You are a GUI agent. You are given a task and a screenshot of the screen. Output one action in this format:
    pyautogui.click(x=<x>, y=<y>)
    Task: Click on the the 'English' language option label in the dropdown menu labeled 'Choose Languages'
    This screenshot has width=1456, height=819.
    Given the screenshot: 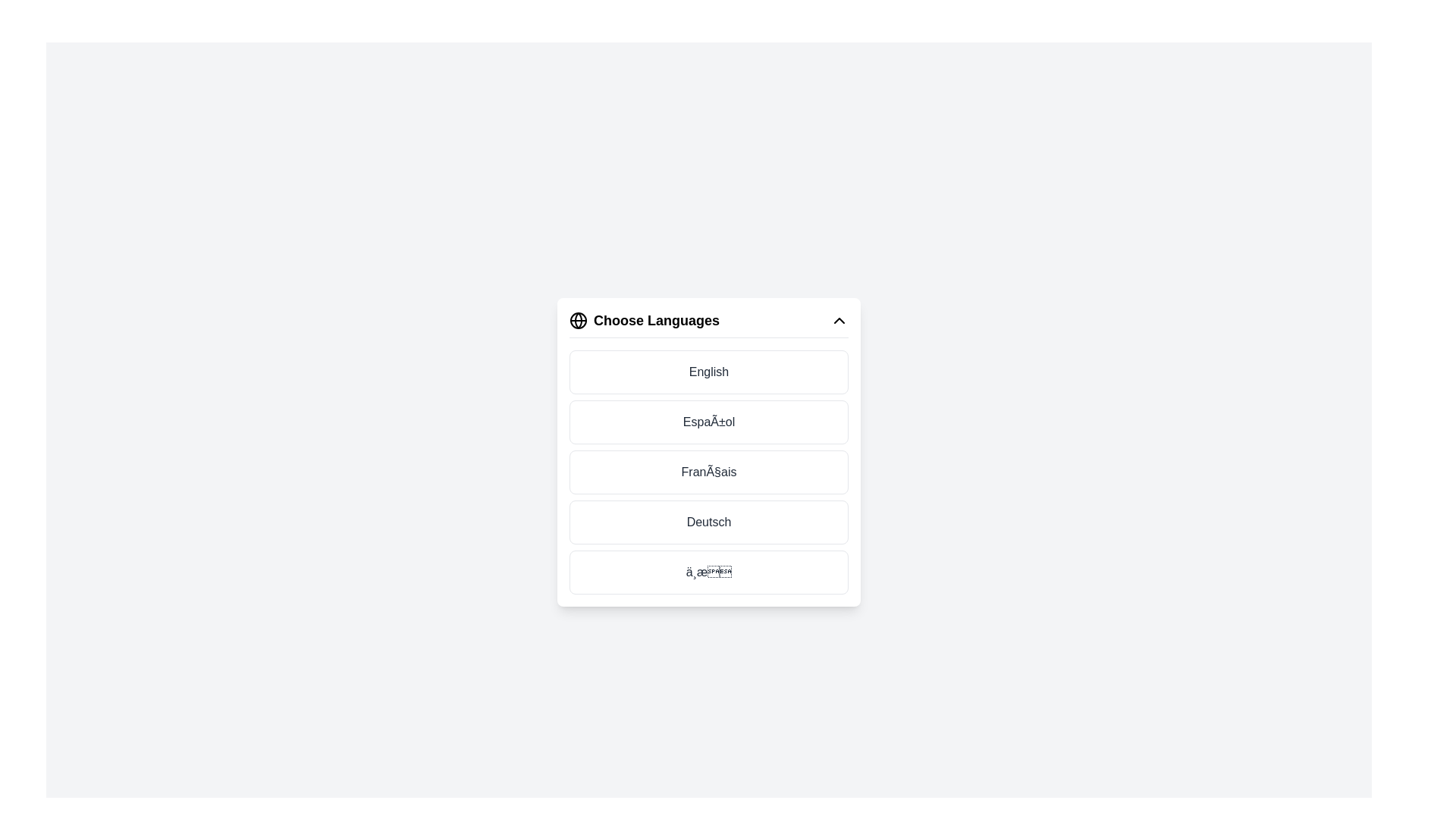 What is the action you would take?
    pyautogui.click(x=708, y=371)
    